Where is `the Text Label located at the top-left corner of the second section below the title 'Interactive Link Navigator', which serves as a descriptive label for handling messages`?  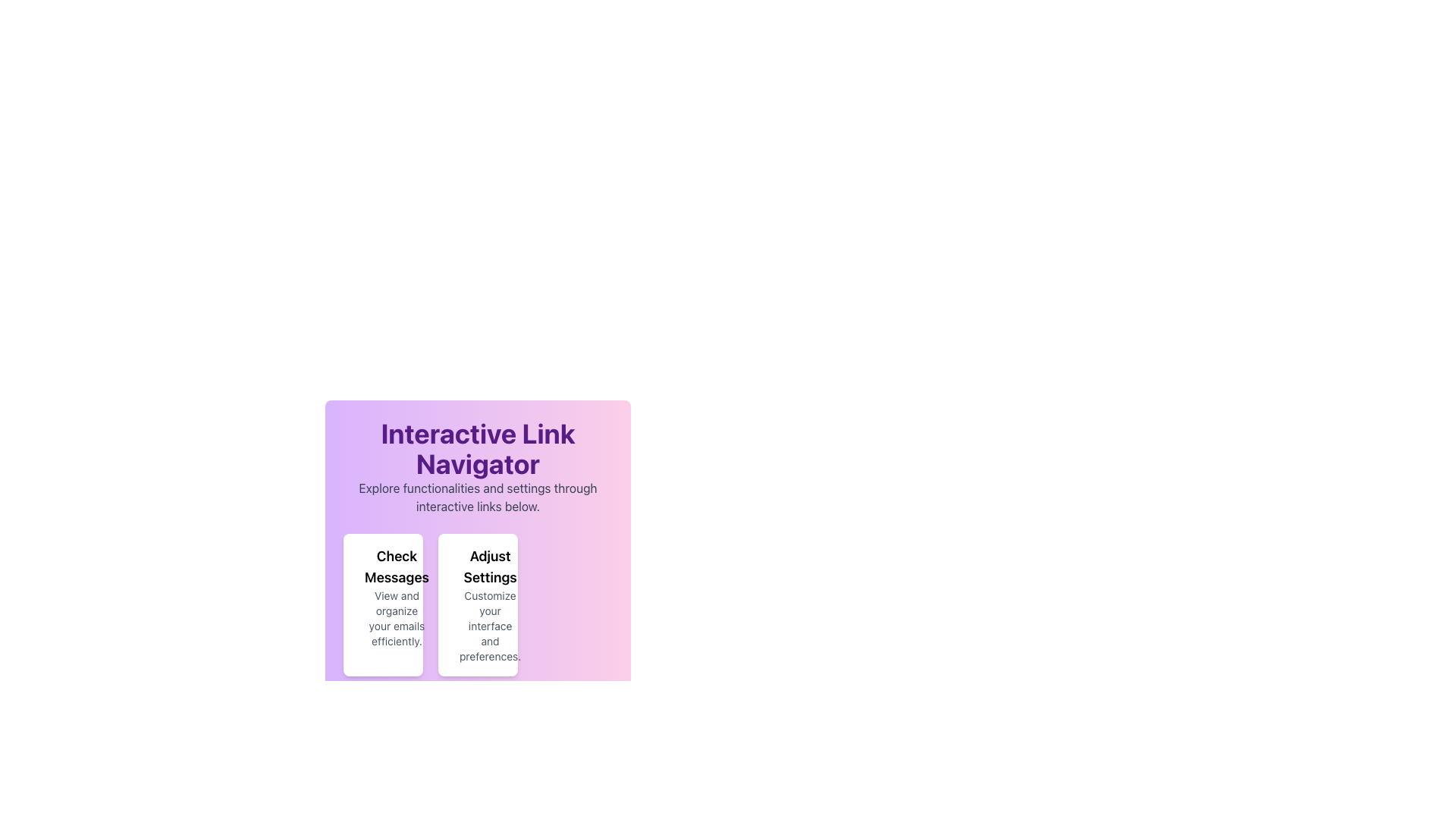 the Text Label located at the top-left corner of the second section below the title 'Interactive Link Navigator', which serves as a descriptive label for handling messages is located at coordinates (397, 567).